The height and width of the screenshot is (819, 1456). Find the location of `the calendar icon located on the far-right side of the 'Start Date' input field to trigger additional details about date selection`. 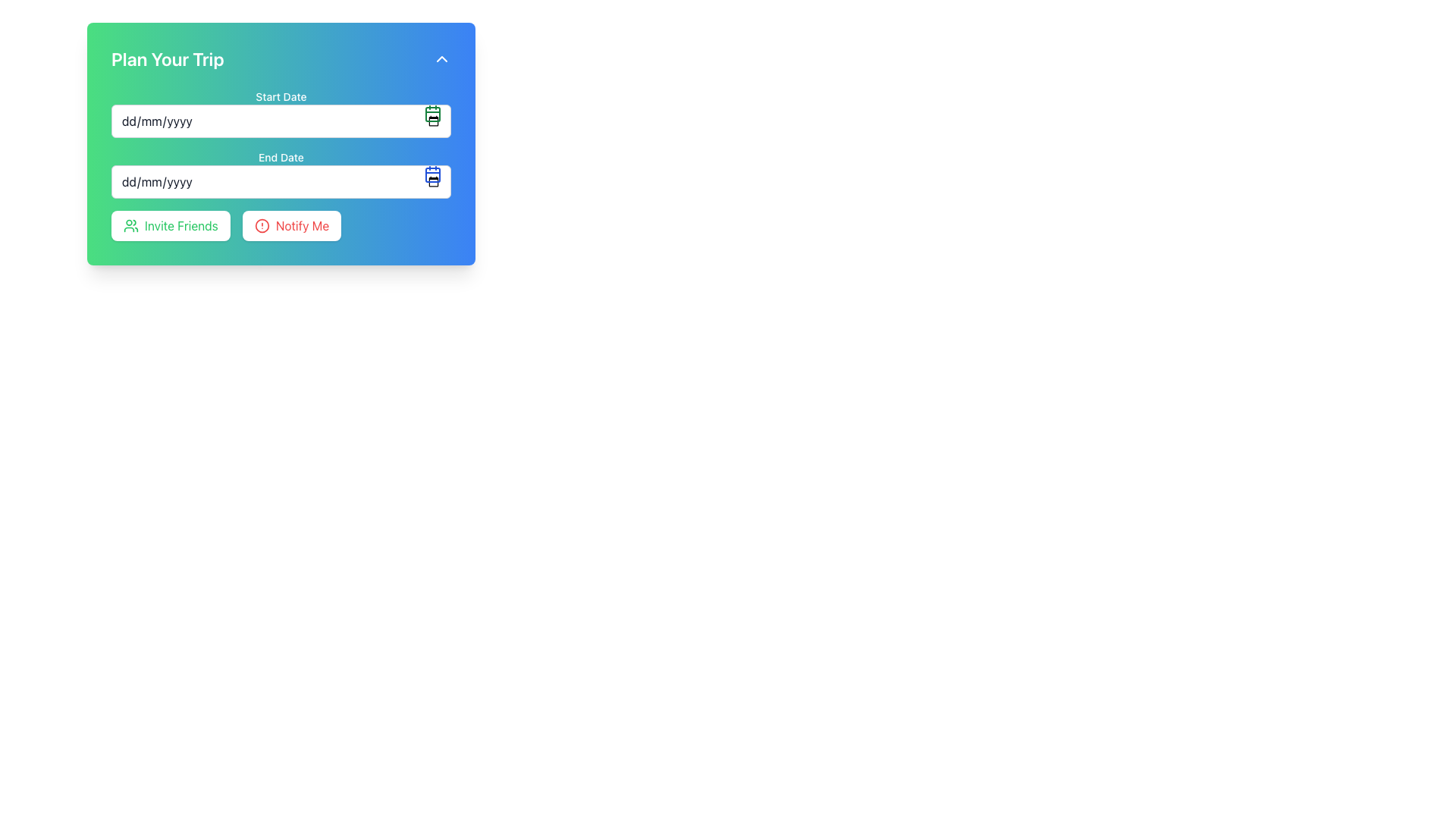

the calendar icon located on the far-right side of the 'Start Date' input field to trigger additional details about date selection is located at coordinates (432, 113).